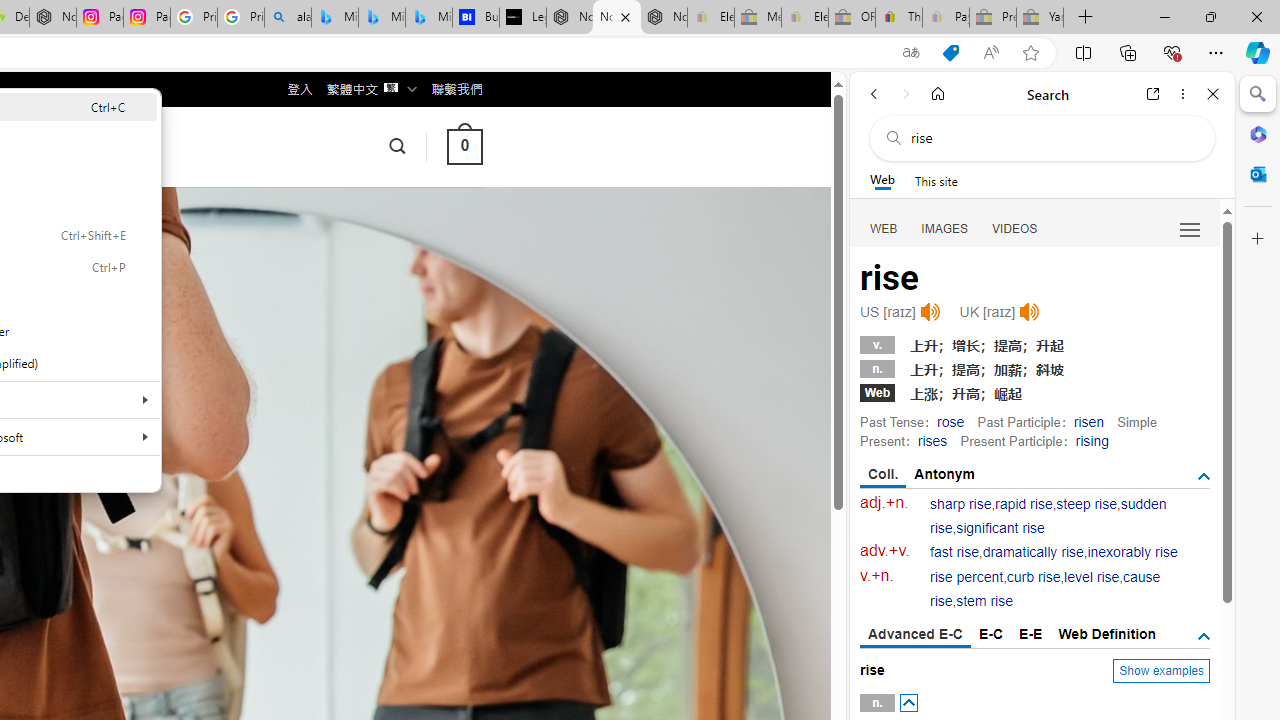 This screenshot has width=1280, height=720. What do you see at coordinates (954, 552) in the screenshot?
I see `'fast rise'` at bounding box center [954, 552].